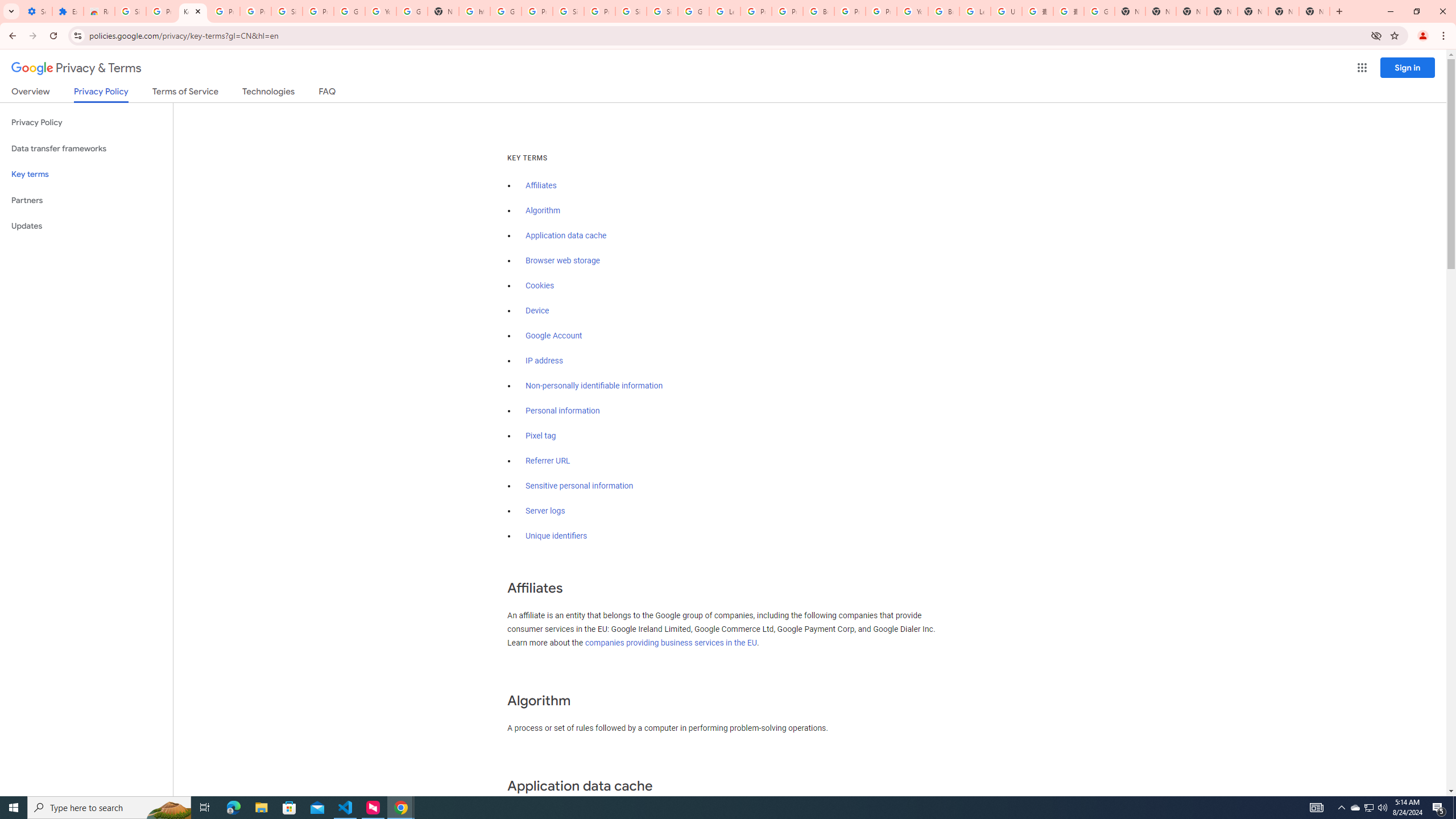 Image resolution: width=1456 pixels, height=819 pixels. What do you see at coordinates (536, 311) in the screenshot?
I see `'Device'` at bounding box center [536, 311].